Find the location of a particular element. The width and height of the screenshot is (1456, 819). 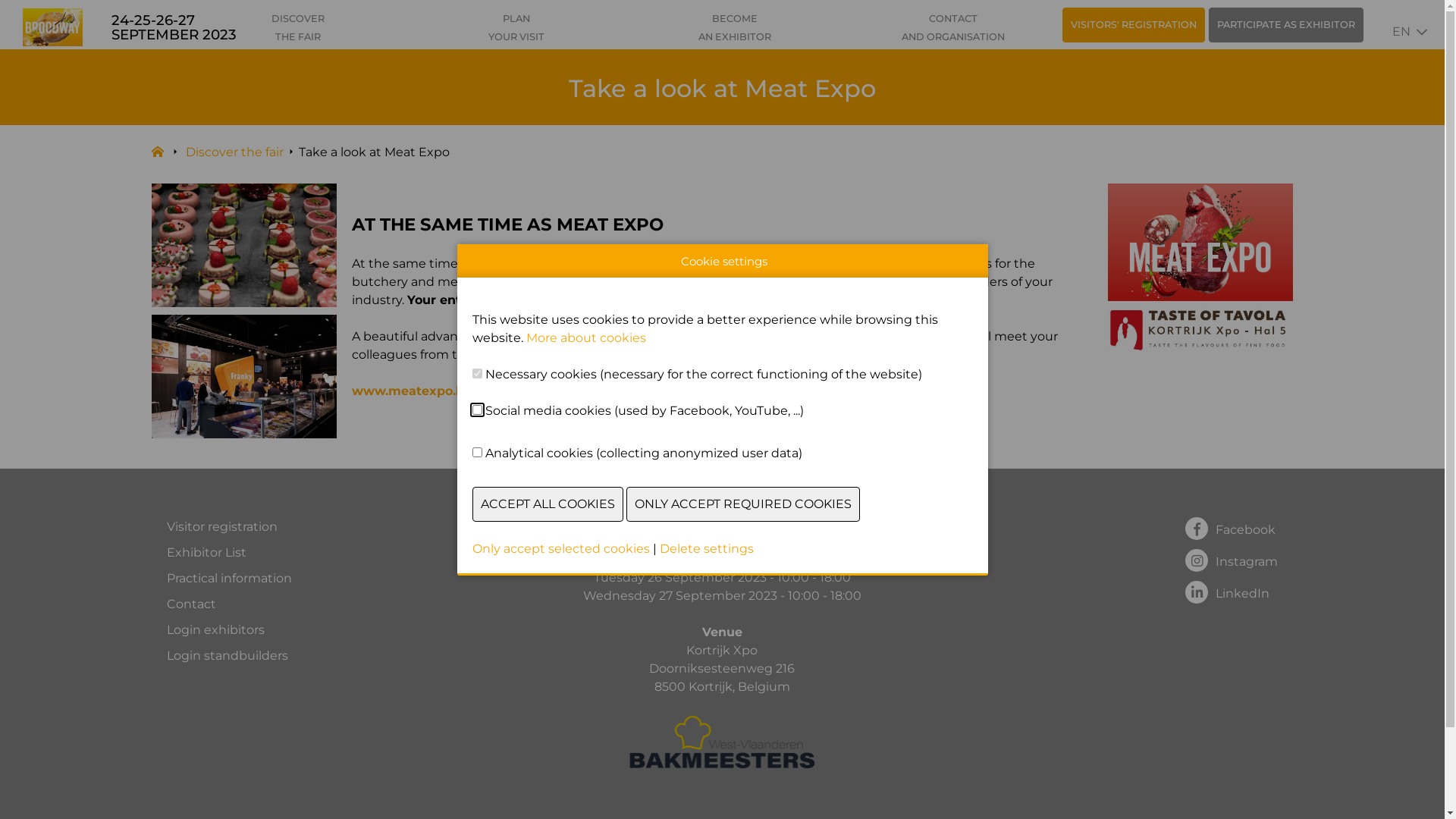

'Login standbuilders' is located at coordinates (167, 654).